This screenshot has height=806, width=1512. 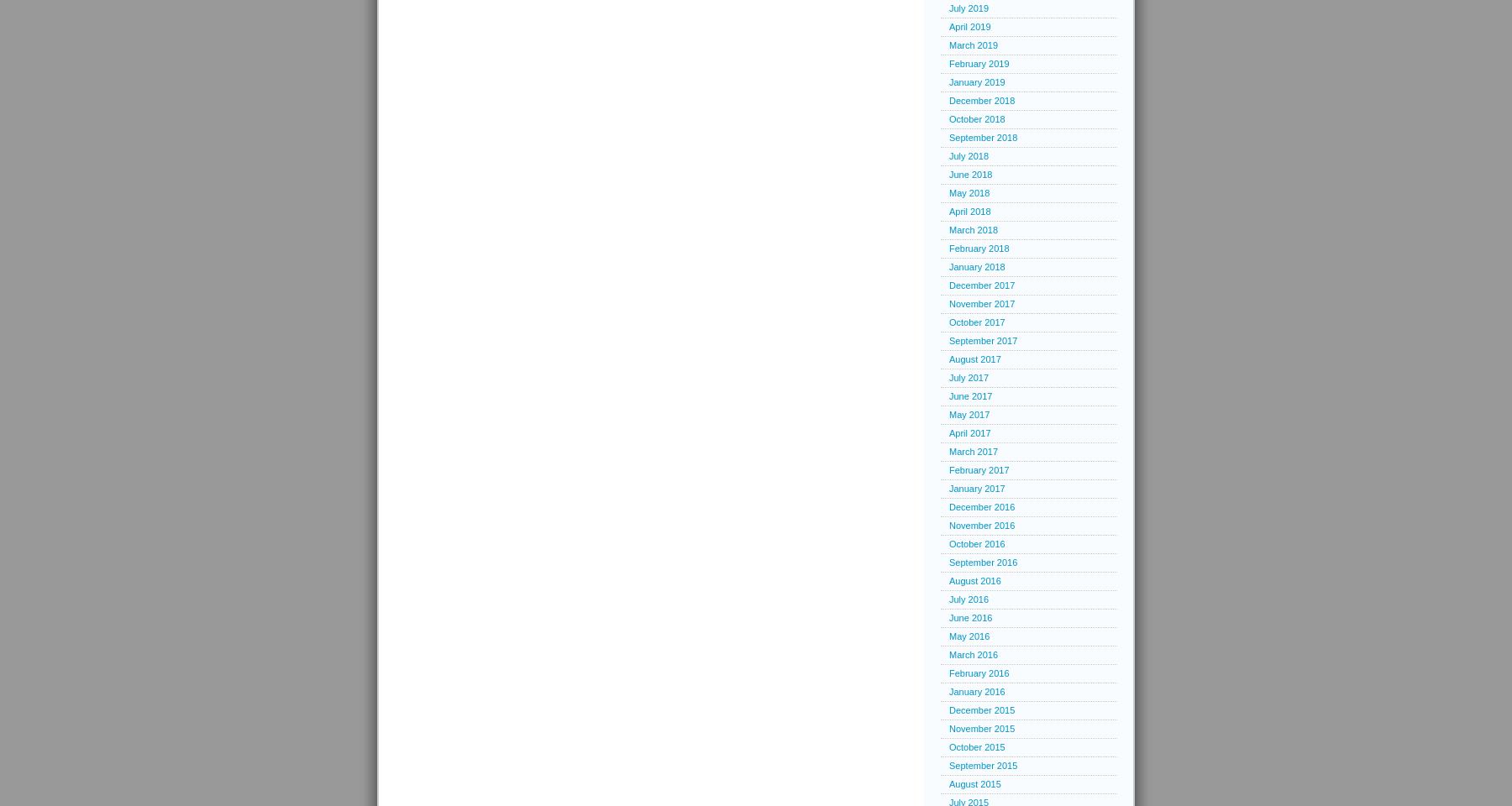 I want to click on 'August 2016', so click(x=974, y=580).